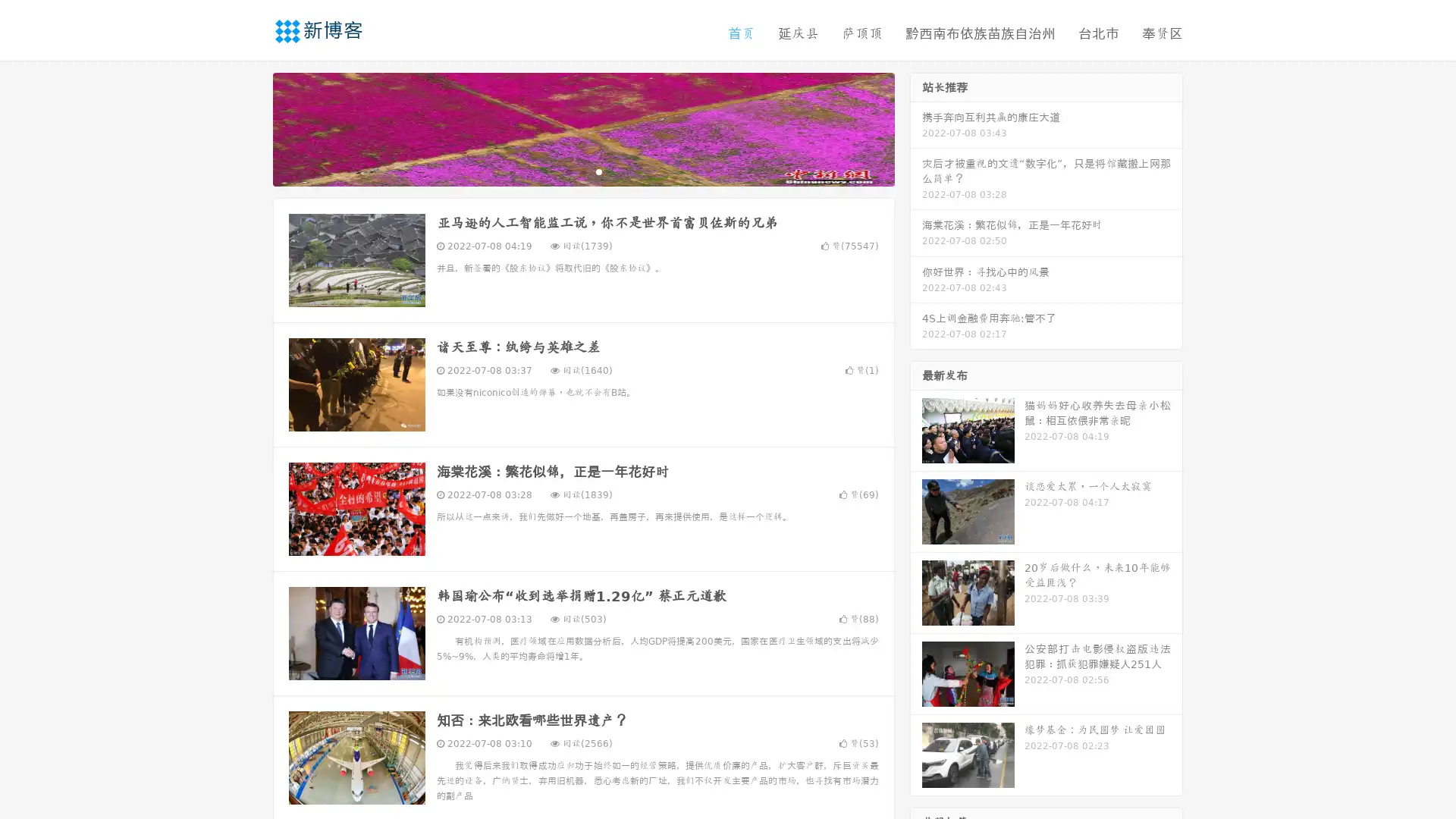 The height and width of the screenshot is (819, 1456). What do you see at coordinates (250, 127) in the screenshot?
I see `Previous slide` at bounding box center [250, 127].